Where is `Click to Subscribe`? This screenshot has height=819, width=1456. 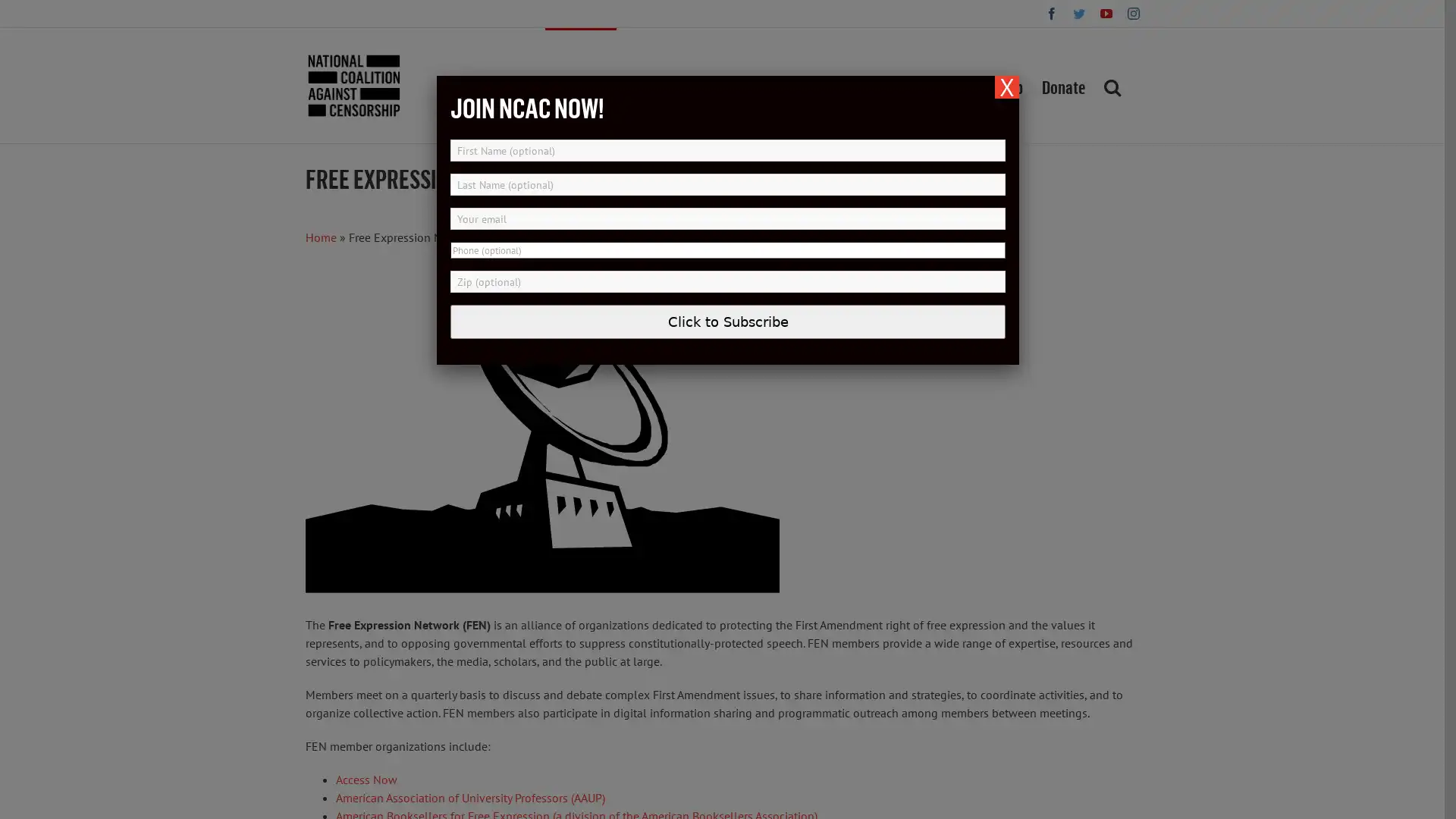 Click to Subscribe is located at coordinates (728, 321).